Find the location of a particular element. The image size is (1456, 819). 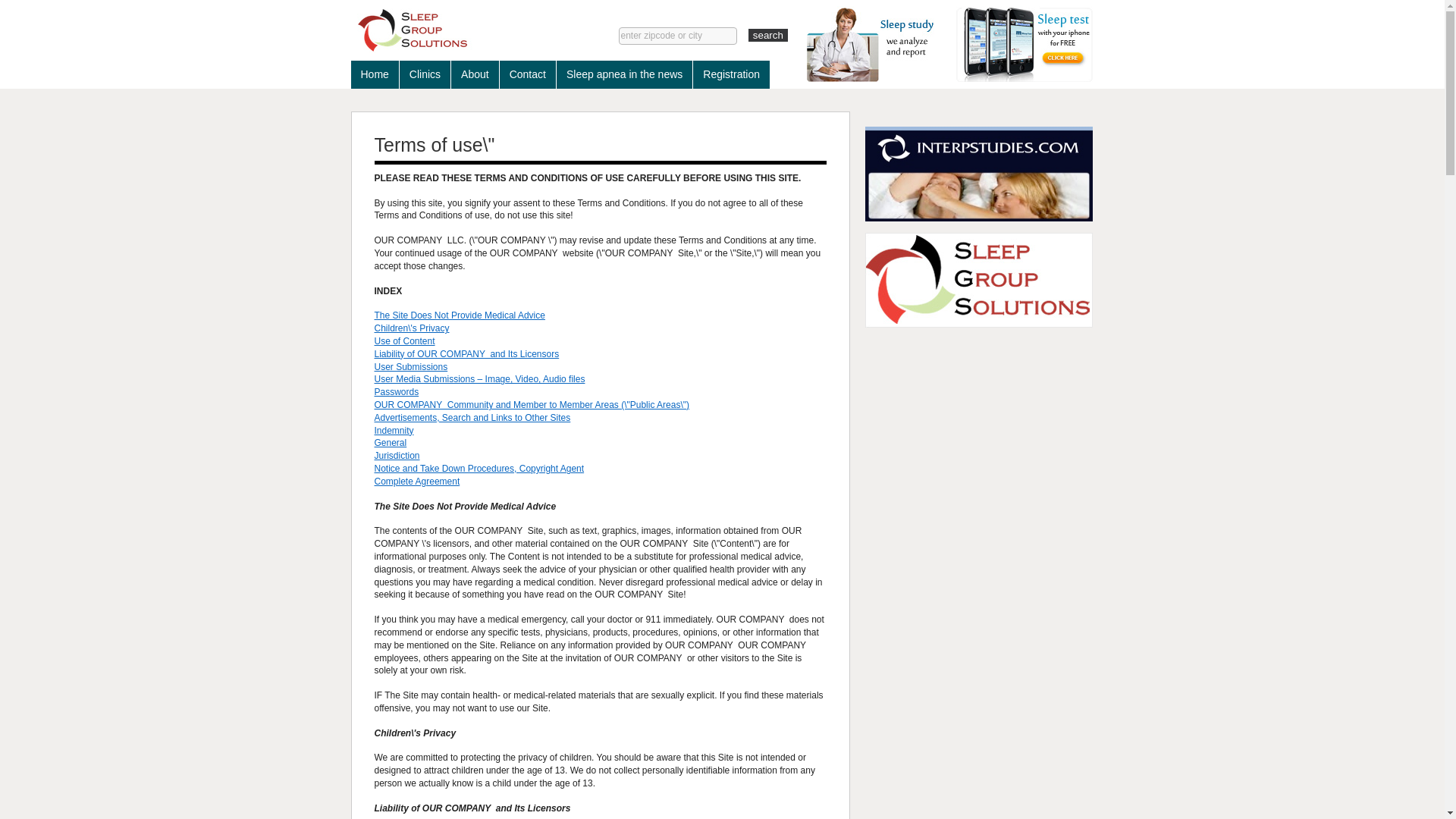

'Home' is located at coordinates (349, 74).